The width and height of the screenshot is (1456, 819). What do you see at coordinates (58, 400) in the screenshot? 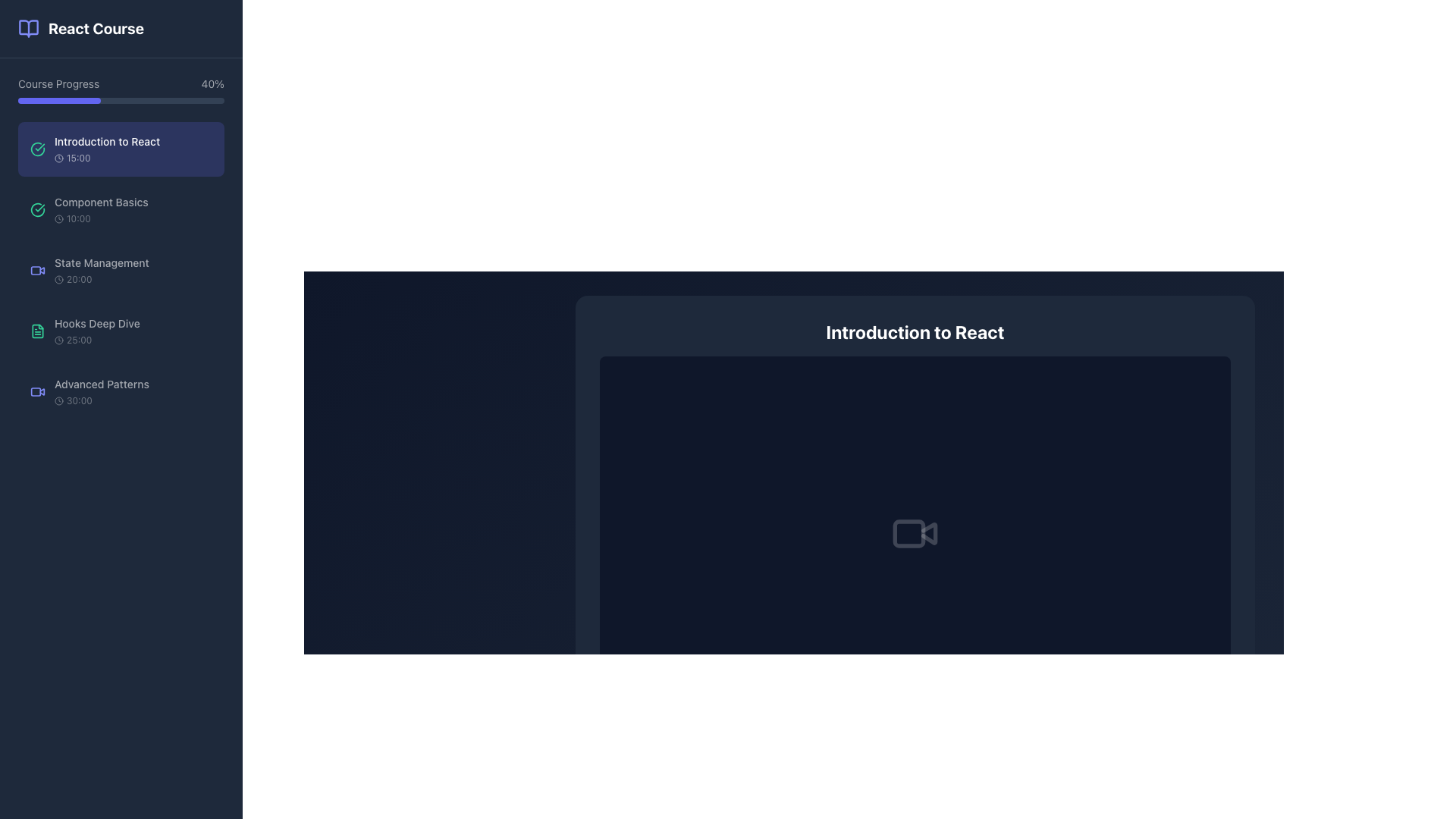
I see `the circular vector graphic element resembling a clock's outline, located in the sidebar next to the course duration text` at bounding box center [58, 400].